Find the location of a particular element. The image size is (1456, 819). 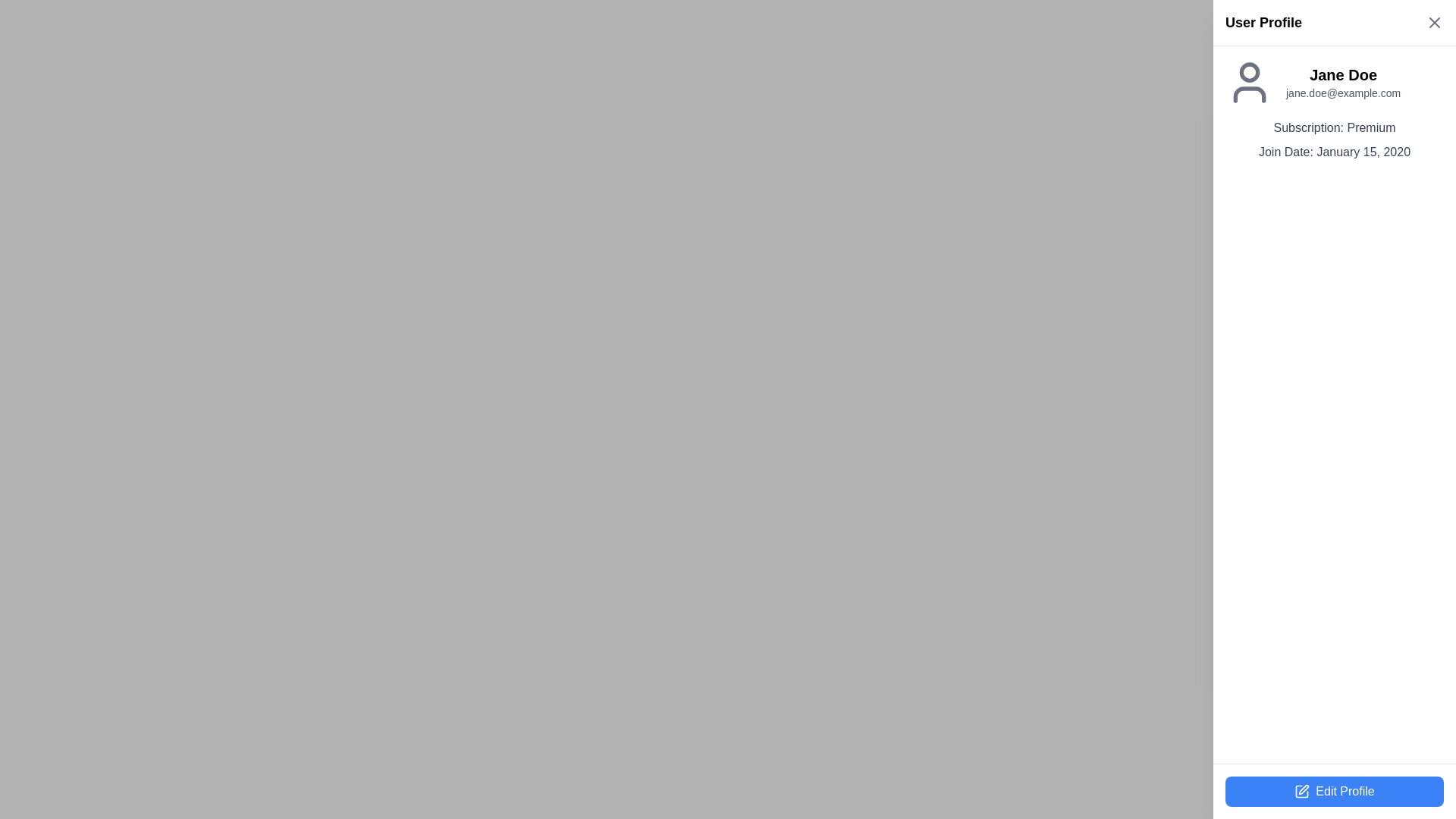

the stylized person outline icon in the profile section, which is located at the top-left area next to 'Jane Doe's' name and email is located at coordinates (1249, 82).